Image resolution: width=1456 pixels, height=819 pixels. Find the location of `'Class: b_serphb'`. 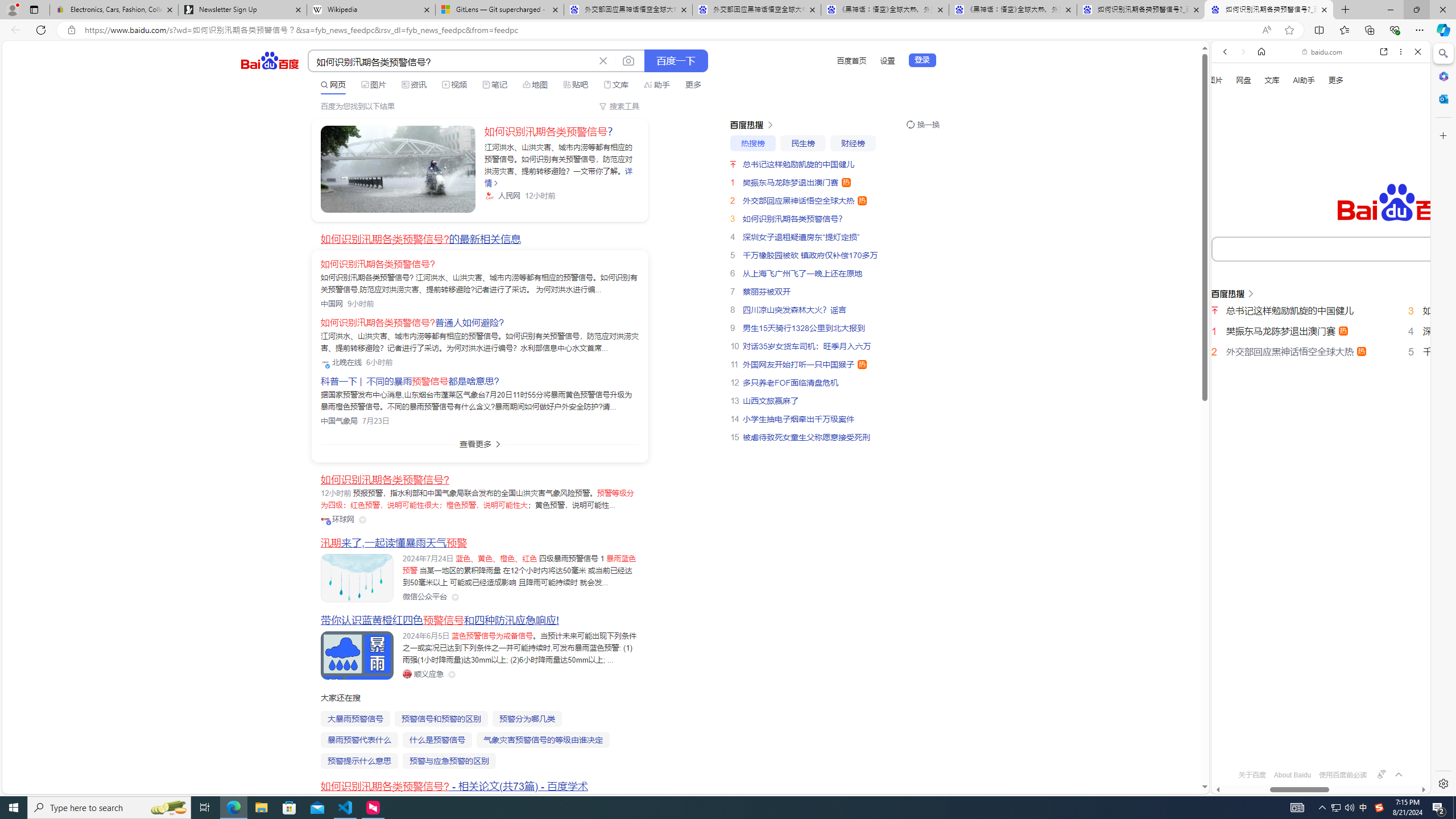

'Class: b_serphb' is located at coordinates (1405, 192).